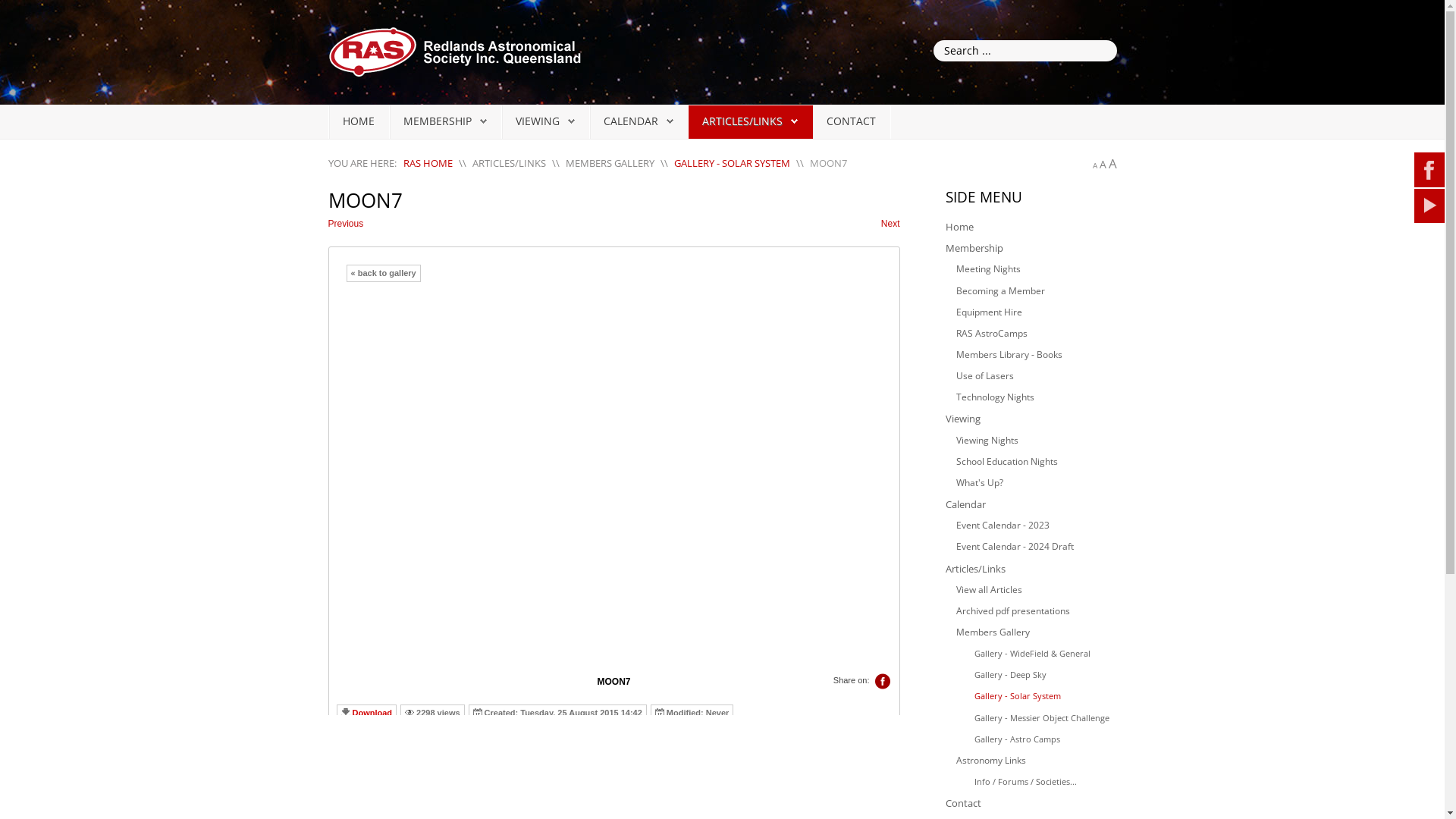  What do you see at coordinates (673, 163) in the screenshot?
I see `'GALLERY - SOLAR SYSTEM'` at bounding box center [673, 163].